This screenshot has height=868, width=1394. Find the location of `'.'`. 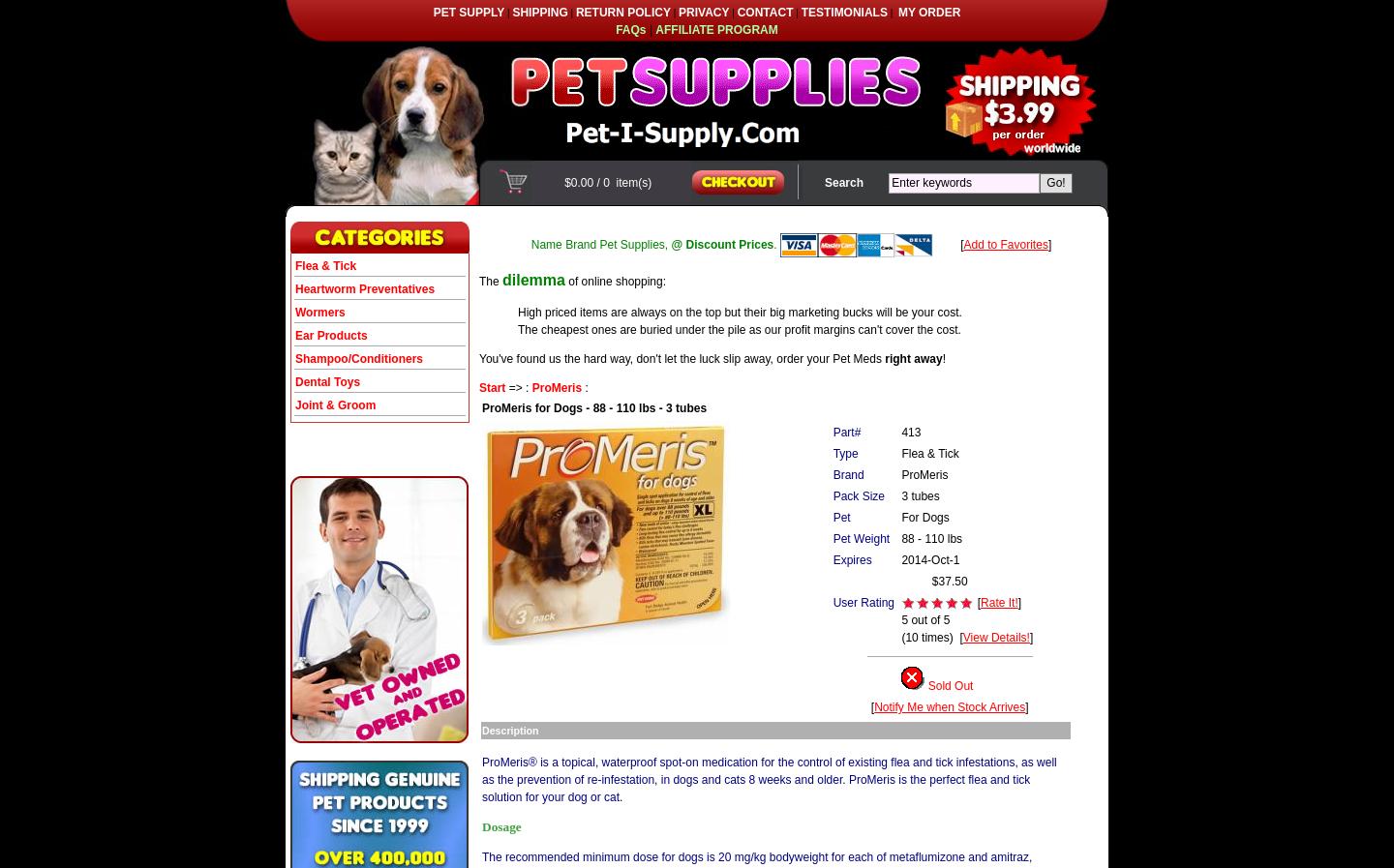

'.' is located at coordinates (774, 242).